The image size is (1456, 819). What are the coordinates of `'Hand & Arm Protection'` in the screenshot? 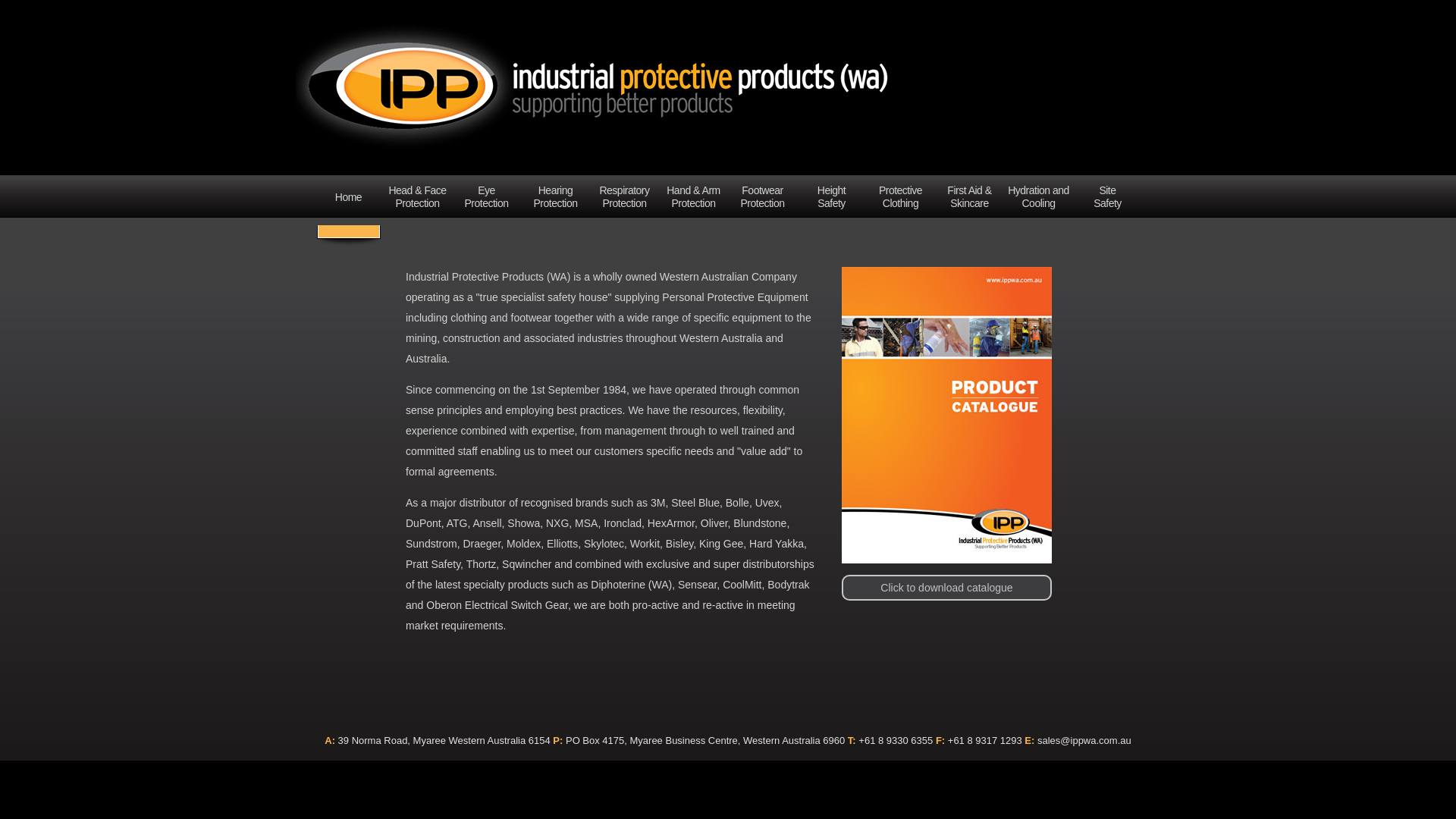 It's located at (692, 196).